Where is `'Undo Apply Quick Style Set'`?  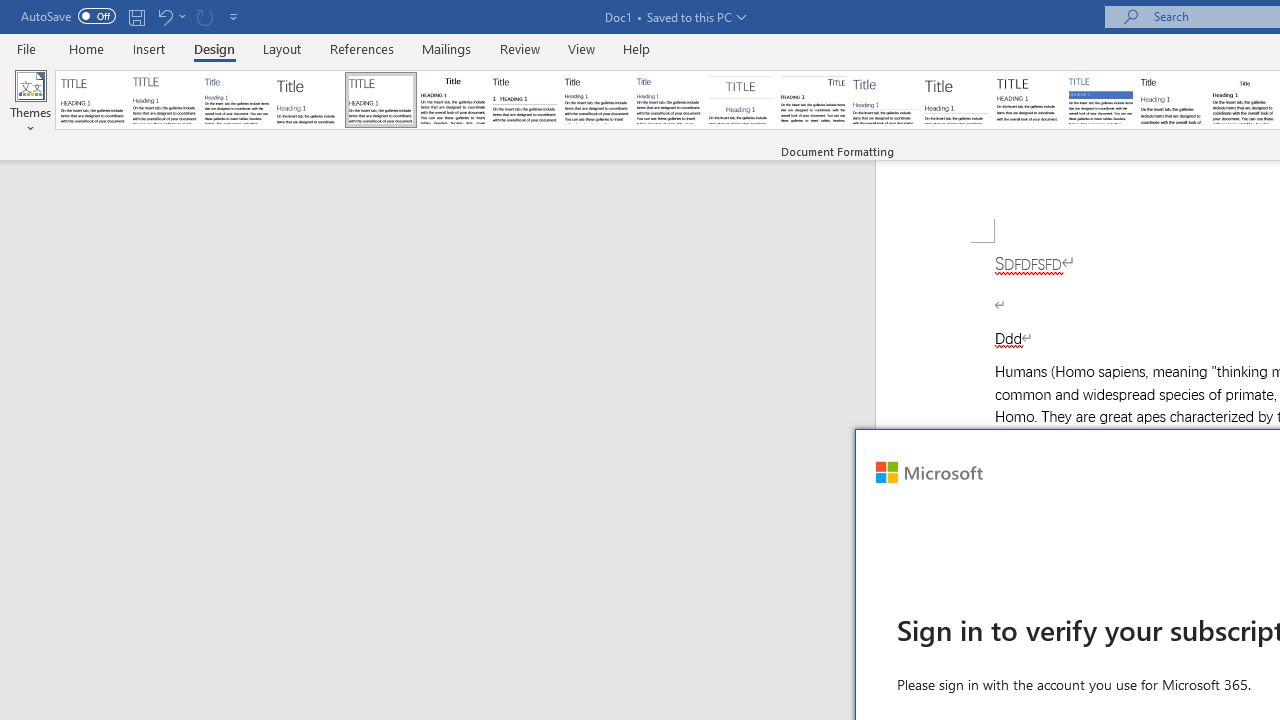
'Undo Apply Quick Style Set' is located at coordinates (164, 16).